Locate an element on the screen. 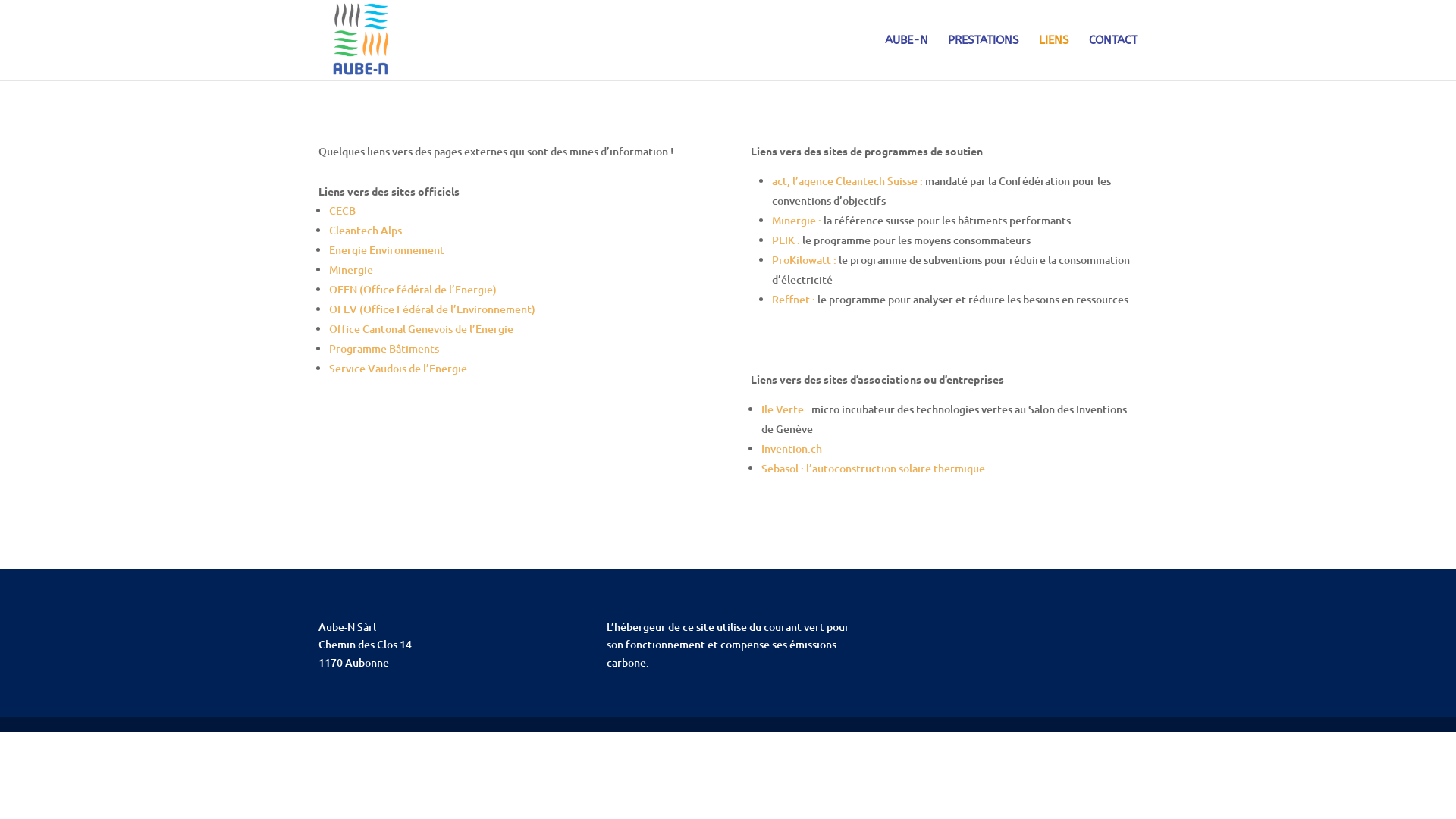 The height and width of the screenshot is (819, 1456). 'PRESTATIONS' is located at coordinates (983, 57).